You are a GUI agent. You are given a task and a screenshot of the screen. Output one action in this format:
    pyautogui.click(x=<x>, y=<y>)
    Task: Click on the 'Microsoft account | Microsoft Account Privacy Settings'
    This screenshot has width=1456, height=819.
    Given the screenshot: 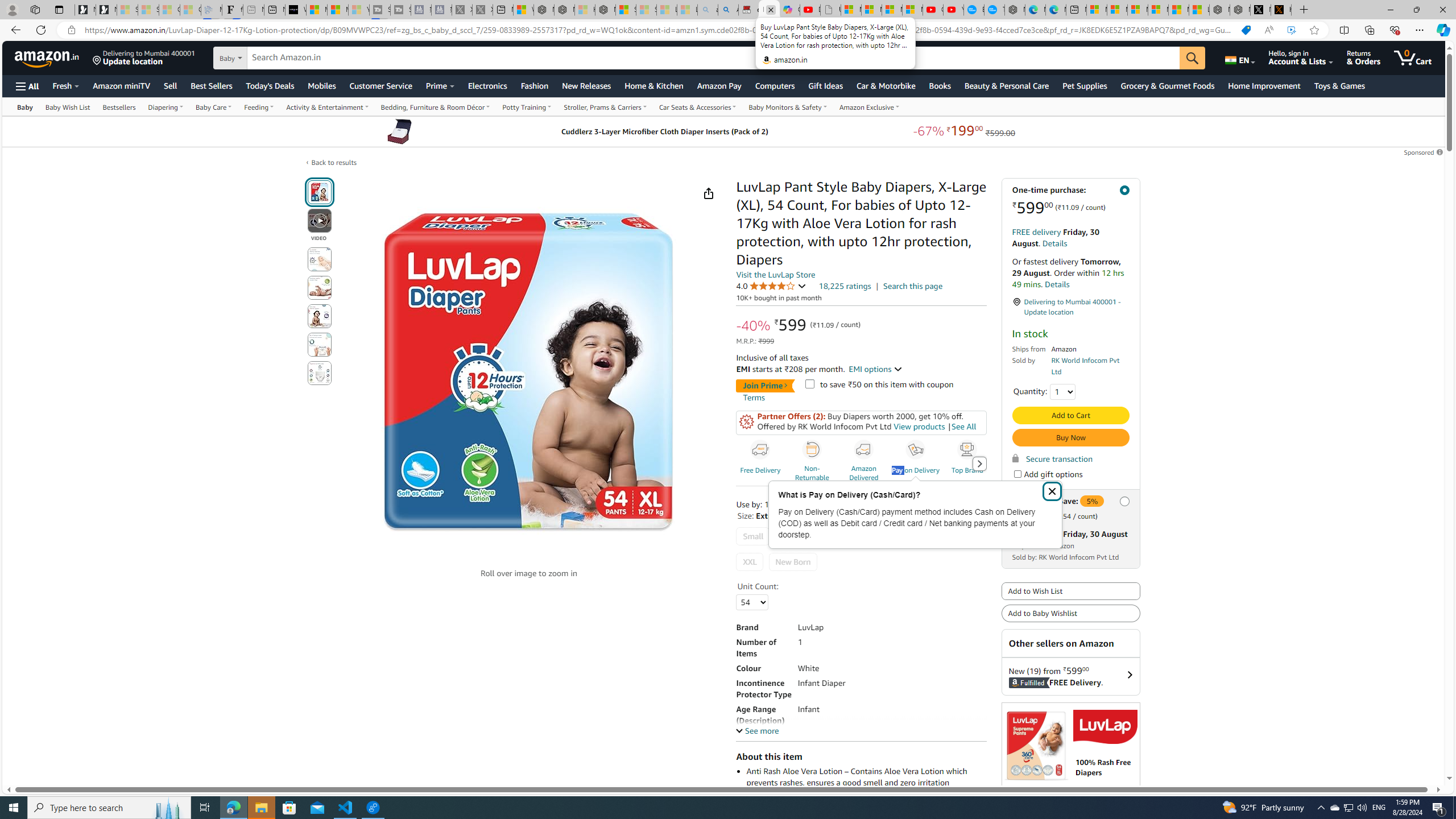 What is the action you would take?
    pyautogui.click(x=1117, y=9)
    